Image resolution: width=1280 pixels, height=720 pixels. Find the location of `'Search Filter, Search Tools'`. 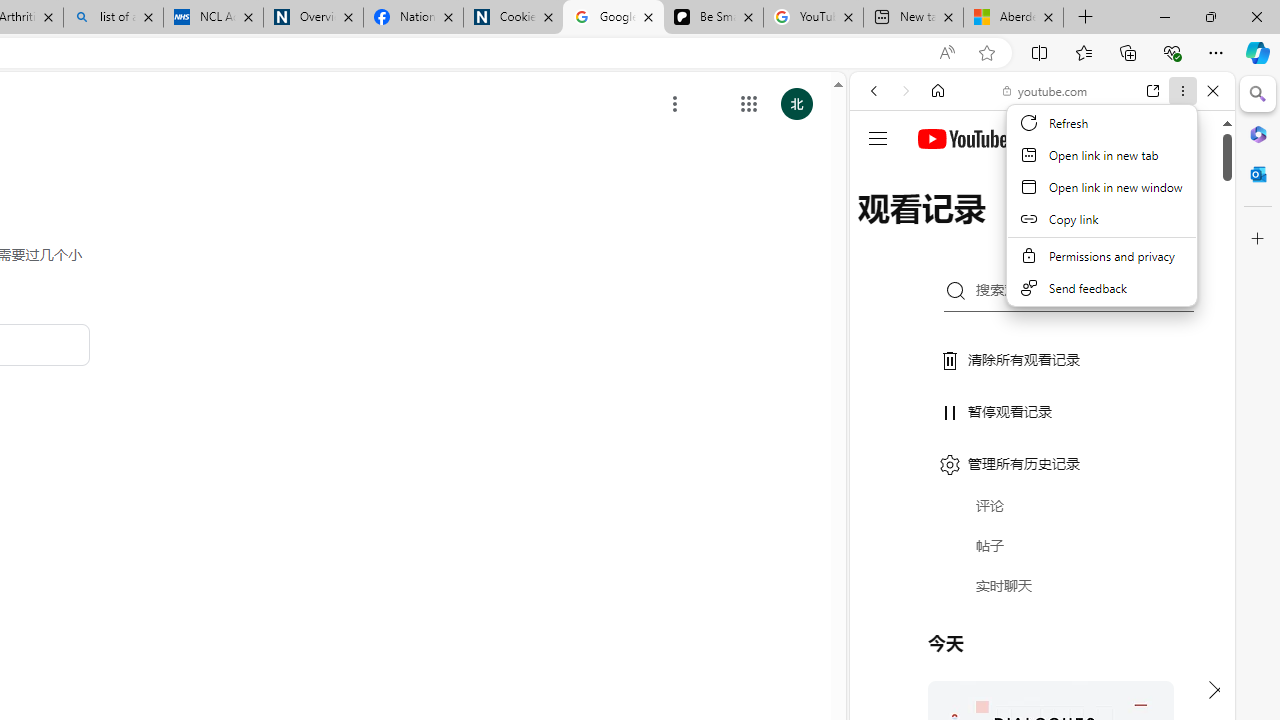

'Search Filter, Search Tools' is located at coordinates (1092, 227).